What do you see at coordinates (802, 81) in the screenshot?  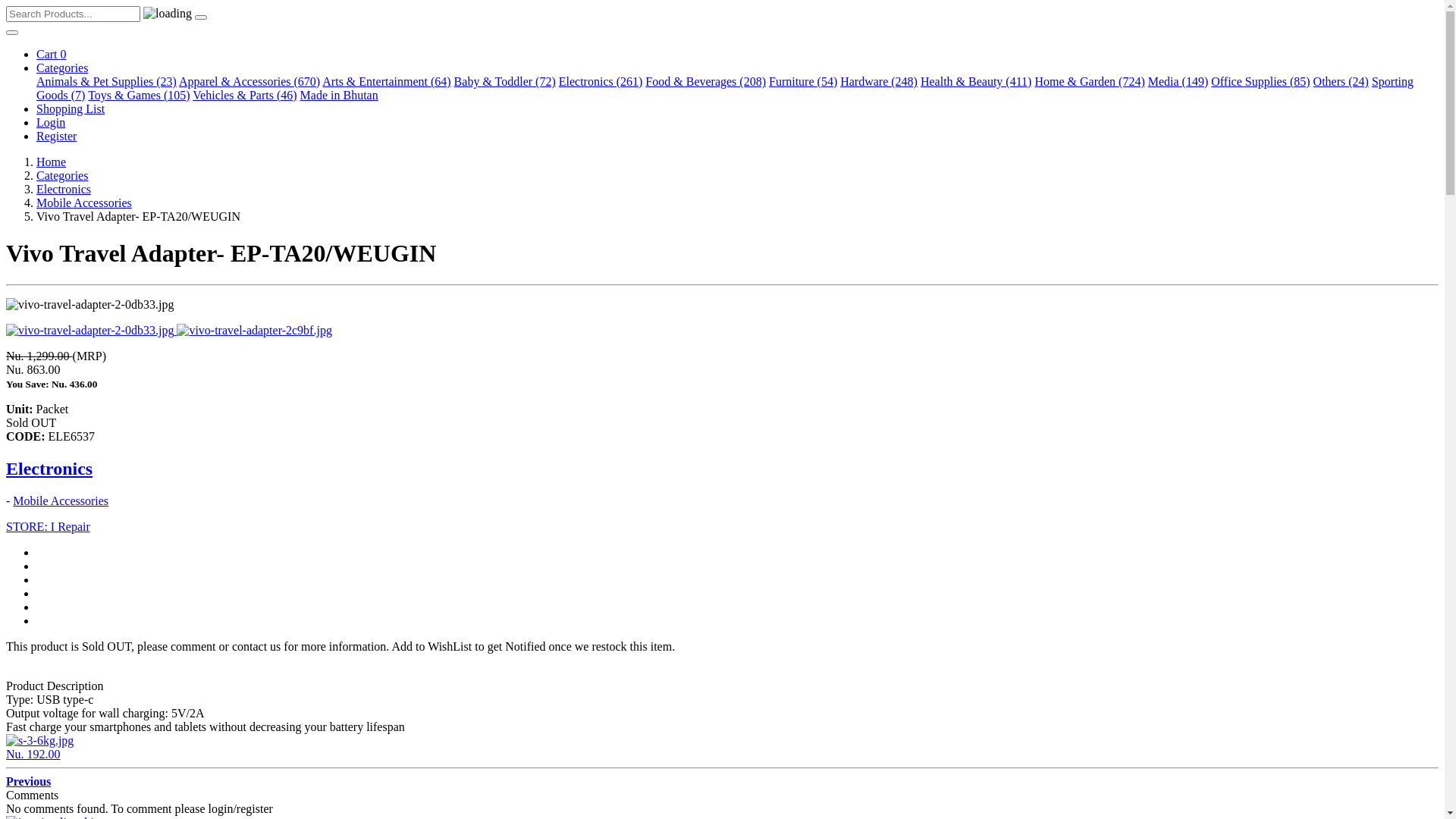 I see `'Furniture (54)'` at bounding box center [802, 81].